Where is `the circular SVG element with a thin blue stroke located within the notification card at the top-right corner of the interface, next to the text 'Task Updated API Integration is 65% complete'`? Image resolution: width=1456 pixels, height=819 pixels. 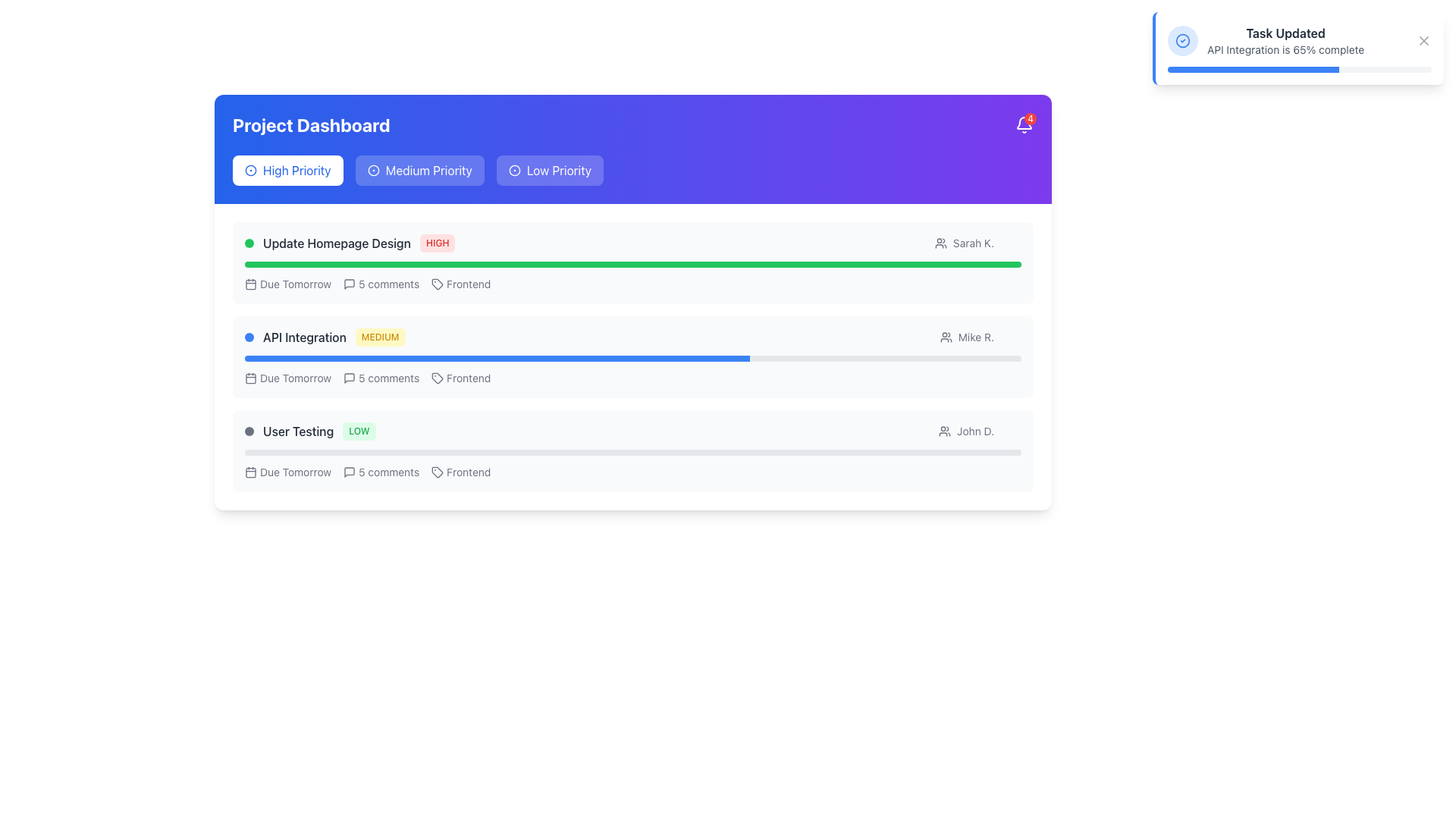 the circular SVG element with a thin blue stroke located within the notification card at the top-right corner of the interface, next to the text 'Task Updated API Integration is 65% complete' is located at coordinates (1182, 40).